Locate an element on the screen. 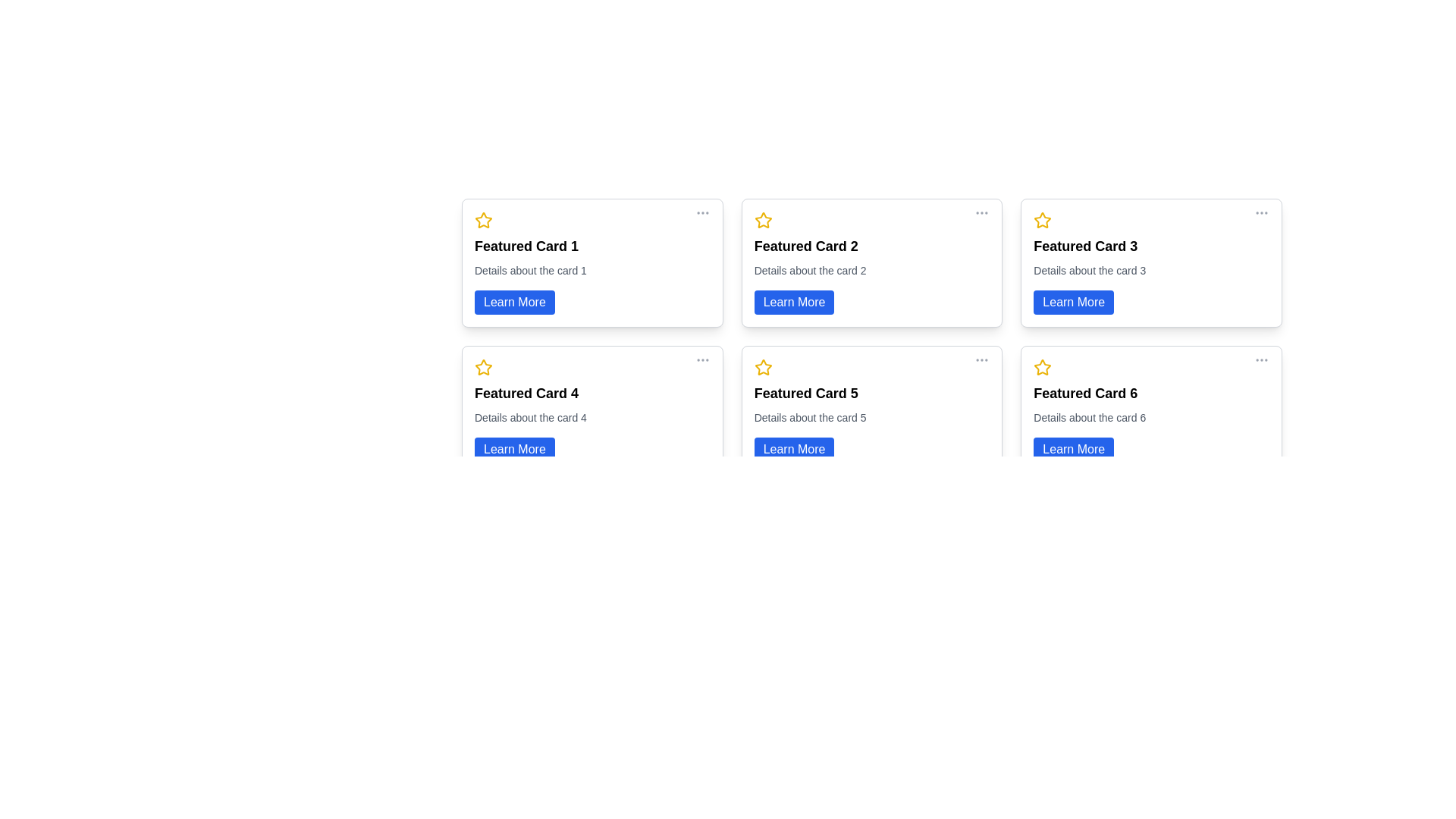 Image resolution: width=1456 pixels, height=819 pixels. text element displaying 'Details about the card 4', which is located below the heading 'Featured Card 4' and above the 'Learn More' button in the fourth card of a grid layout is located at coordinates (531, 418).